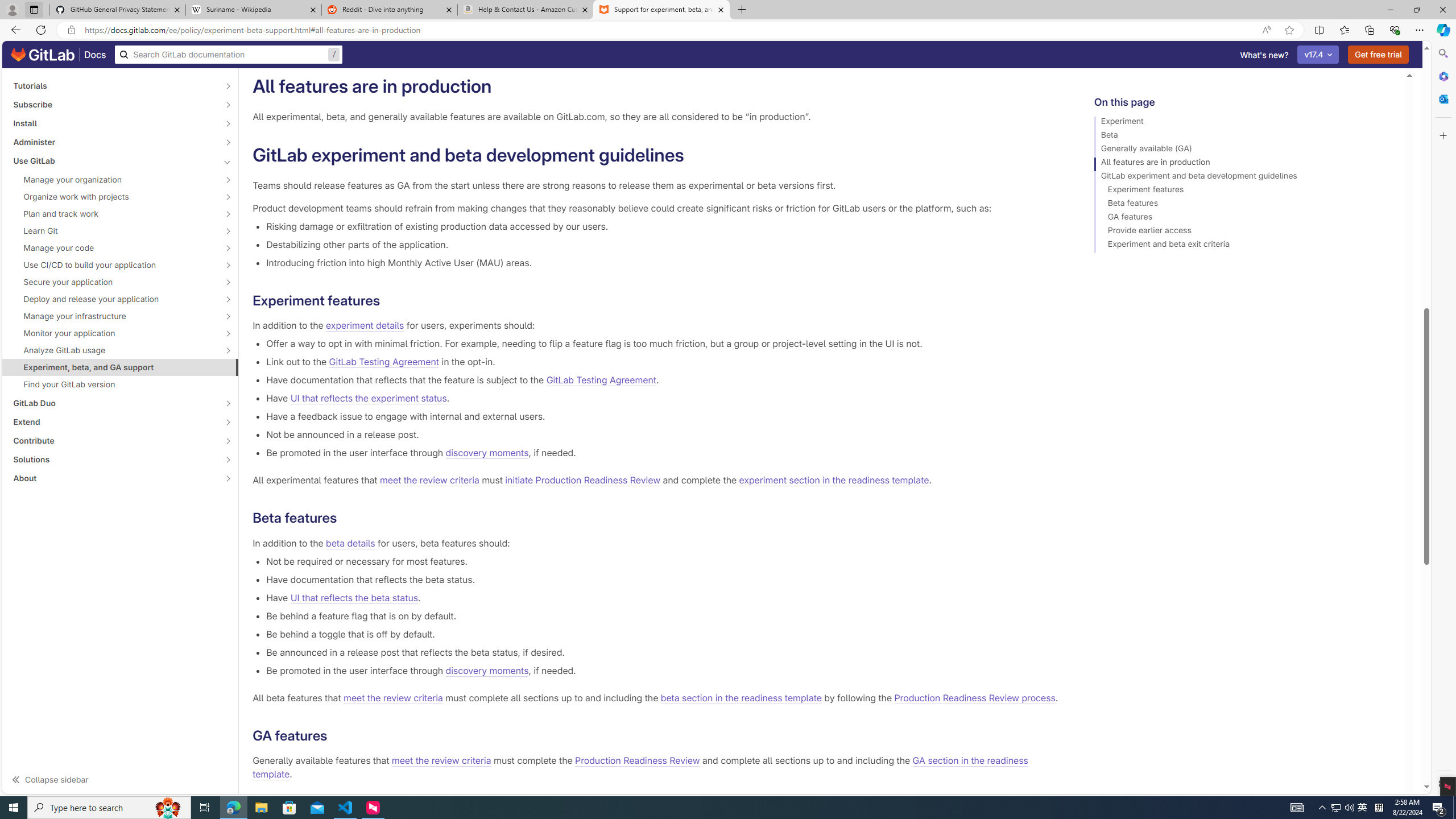  What do you see at coordinates (1244, 150) in the screenshot?
I see `'Generally available (GA)'` at bounding box center [1244, 150].